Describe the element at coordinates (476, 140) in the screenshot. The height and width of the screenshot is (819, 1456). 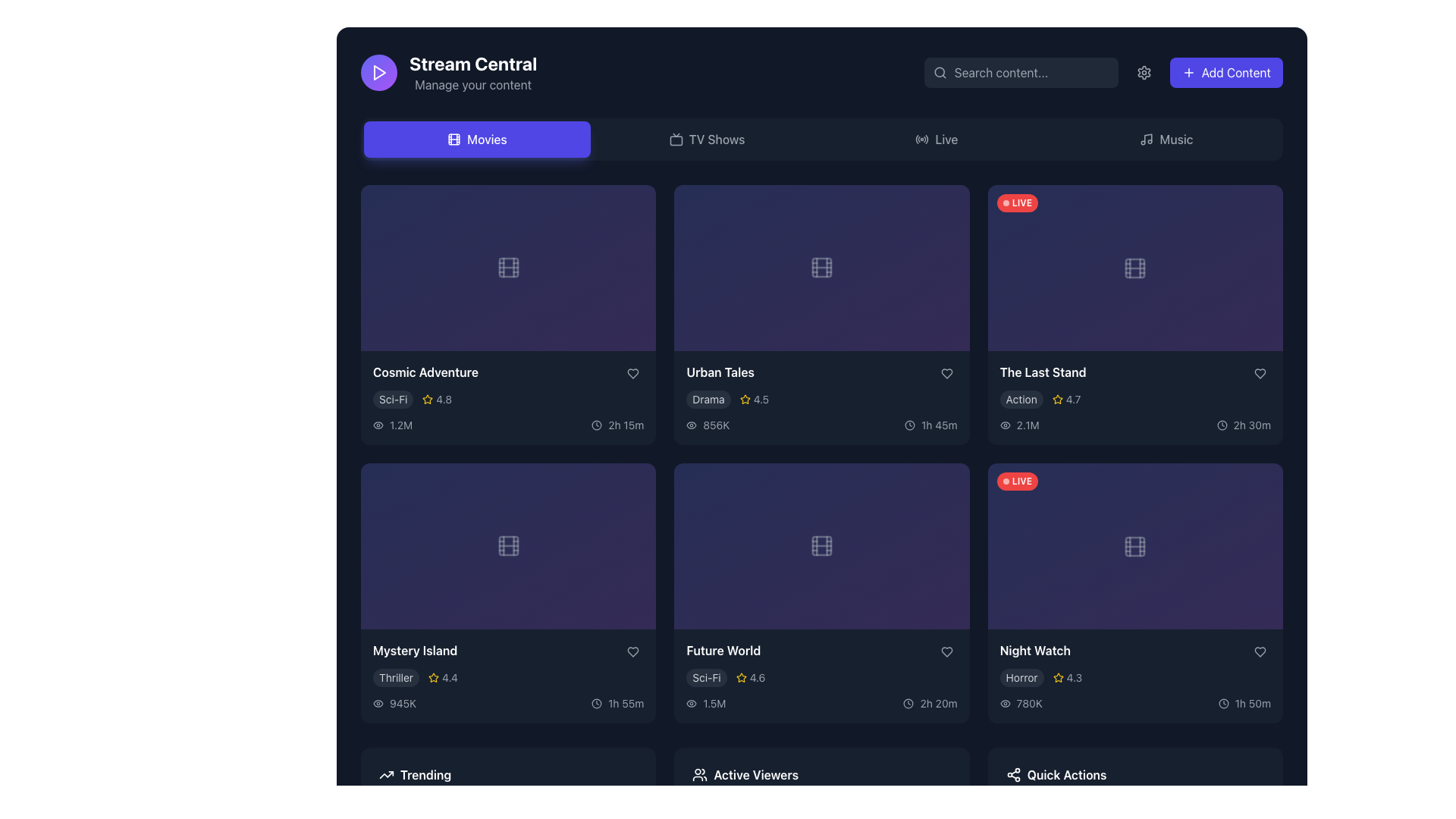
I see `the first button in the horizontal navigation bar labeled 'Movies'` at that location.